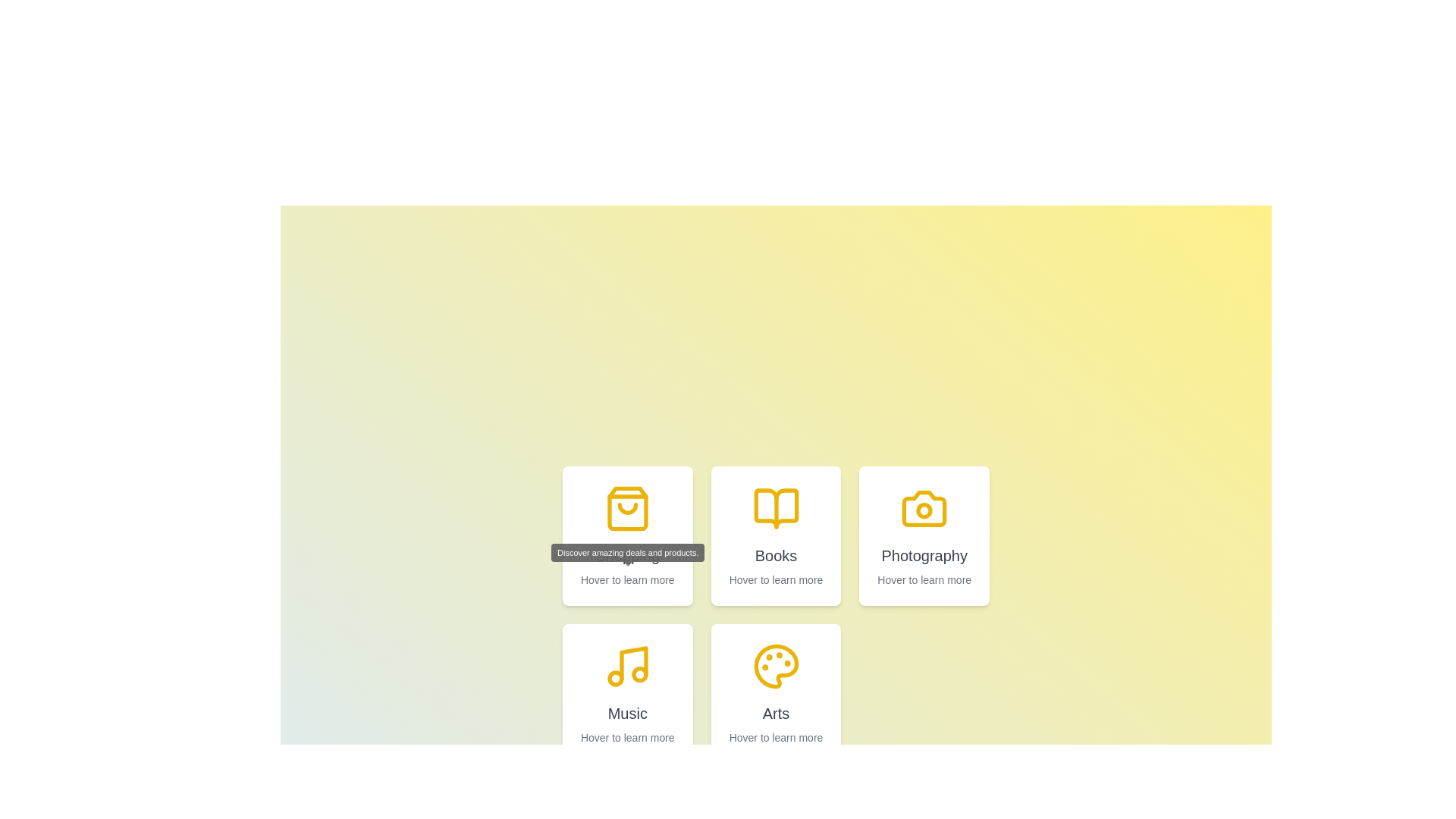 The image size is (1456, 819). Describe the element at coordinates (627, 579) in the screenshot. I see `the text label that reads 'Hover to learn more', which is located below the 'Shopping' heading in a white box with rounded corners` at that location.